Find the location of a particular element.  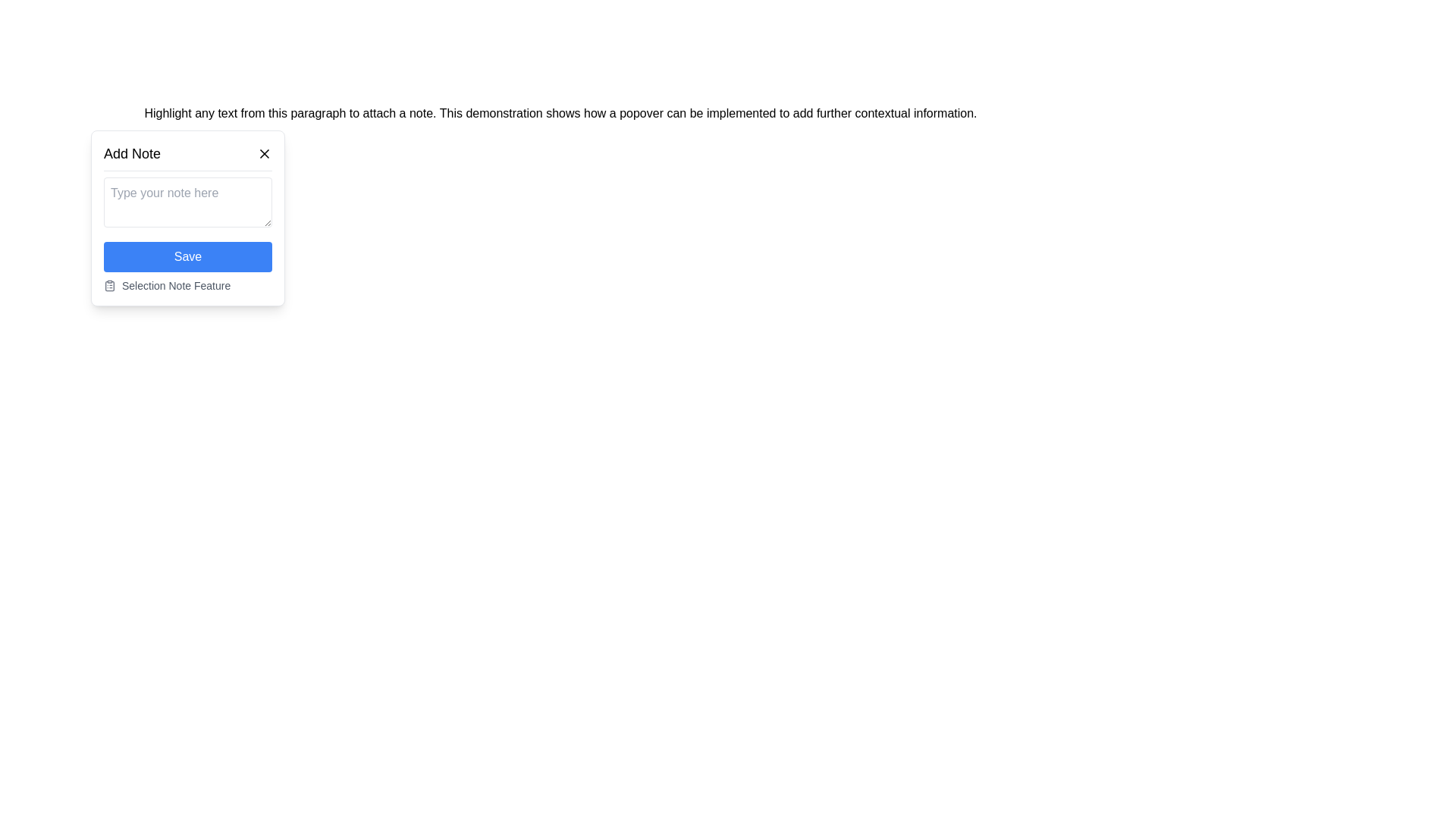

the text label that reads 'Selection Note Feature', which is styled in a smaller font size and colored in subdued gray, located adjacent to a clipboard icon within the 'Add Note' feature popover is located at coordinates (176, 286).